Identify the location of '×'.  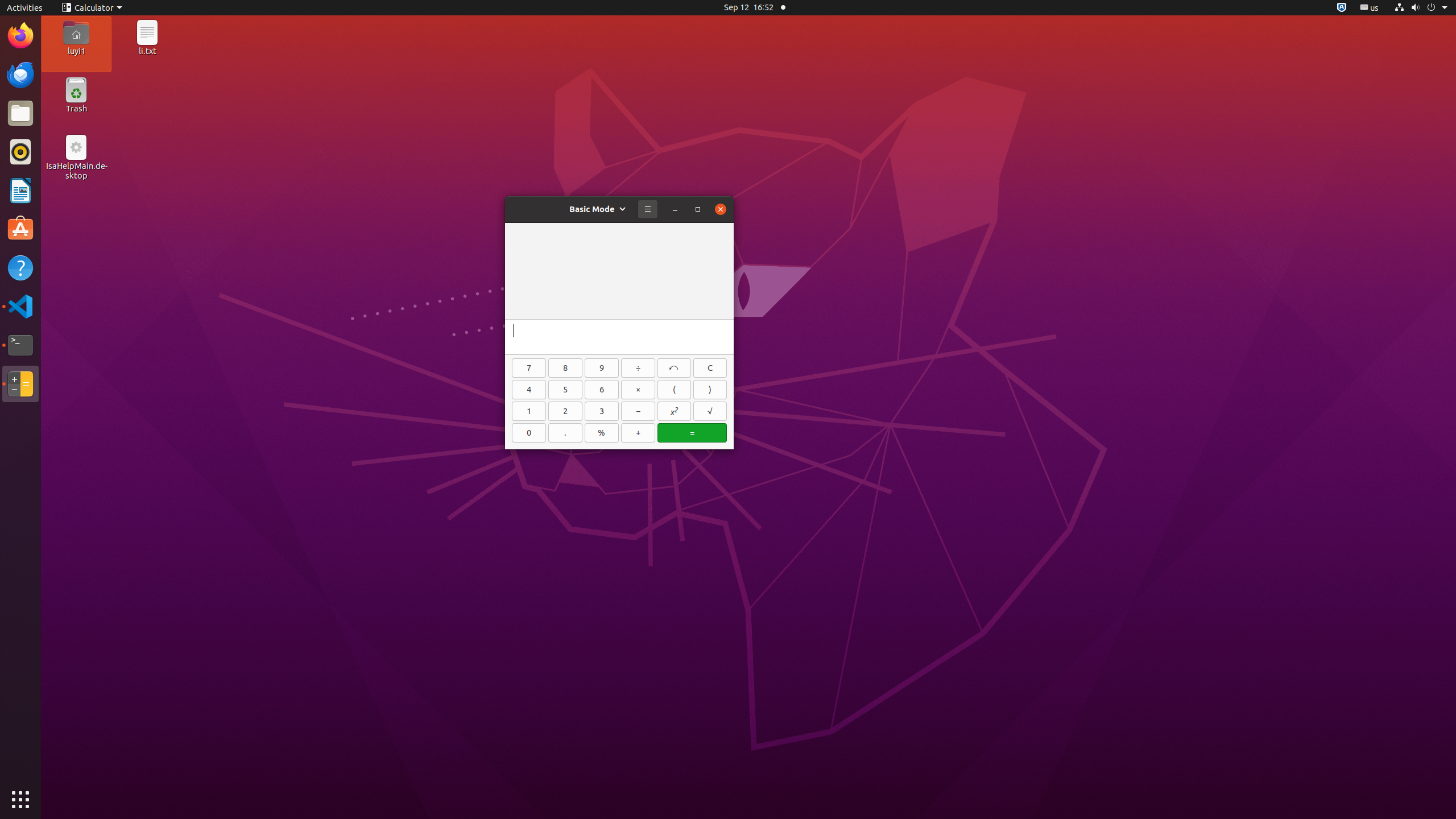
(638, 390).